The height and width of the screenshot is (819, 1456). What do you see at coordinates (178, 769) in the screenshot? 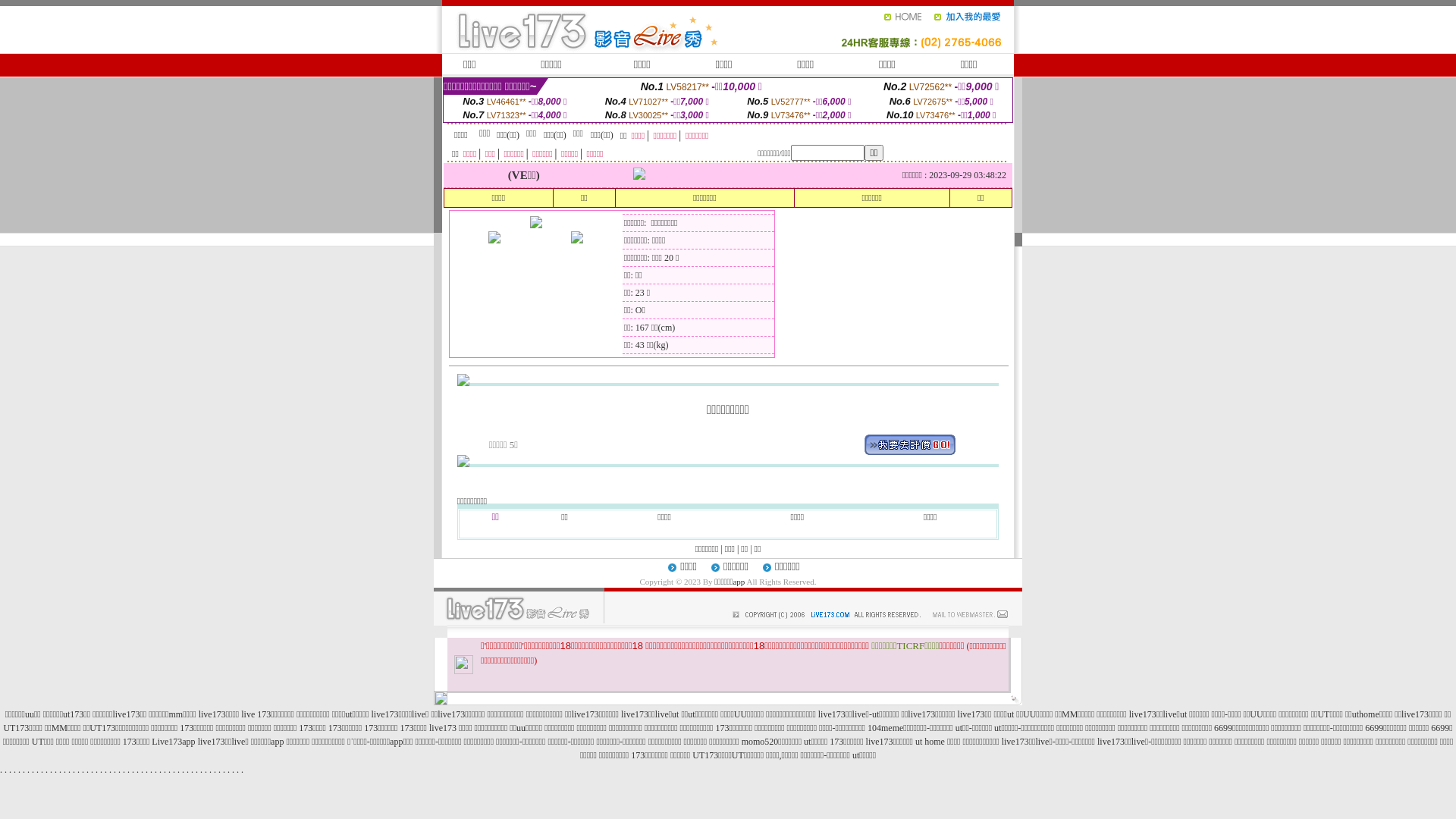
I see `'.'` at bounding box center [178, 769].